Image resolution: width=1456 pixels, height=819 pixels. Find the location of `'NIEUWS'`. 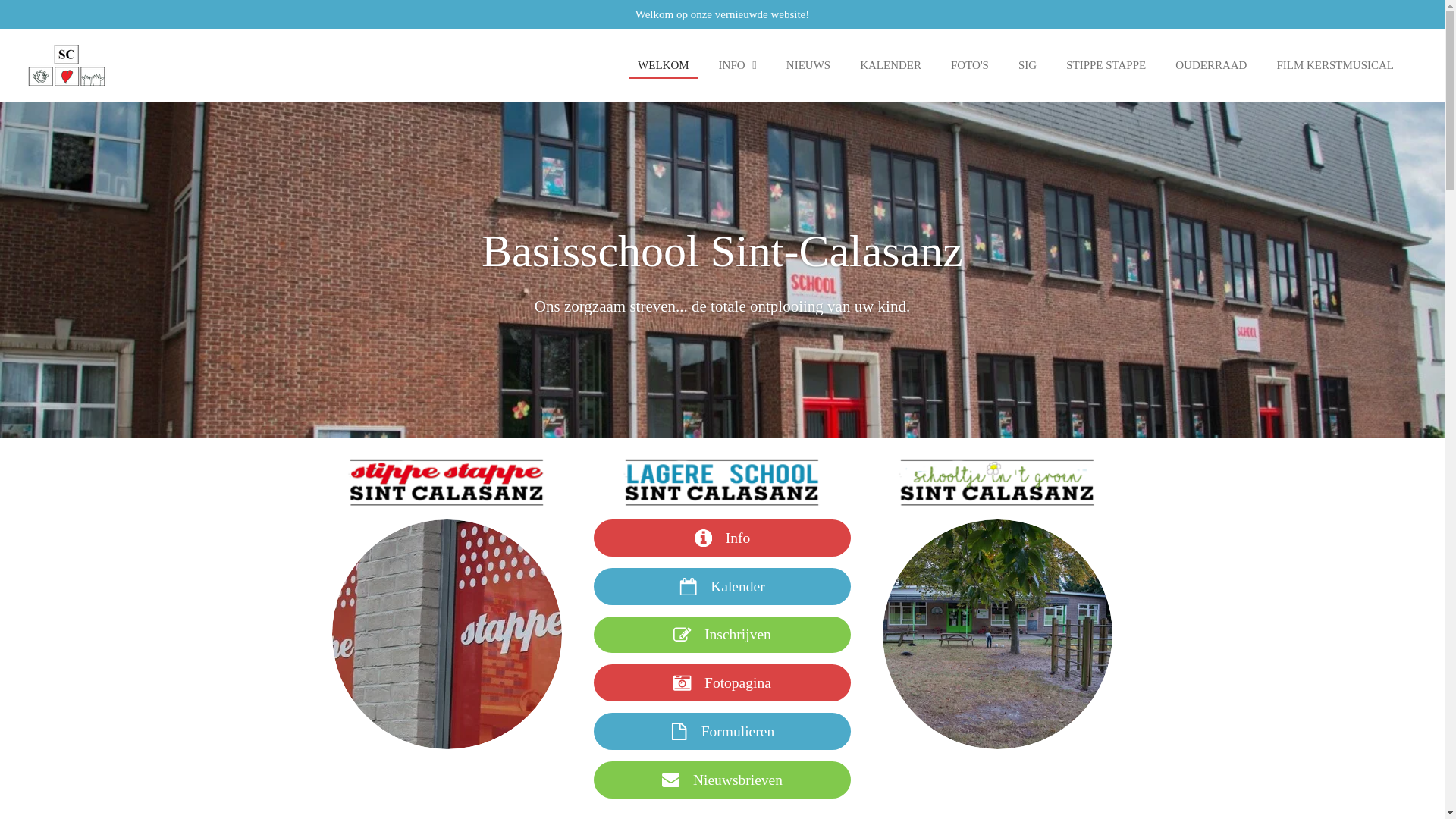

'NIEUWS' is located at coordinates (807, 64).